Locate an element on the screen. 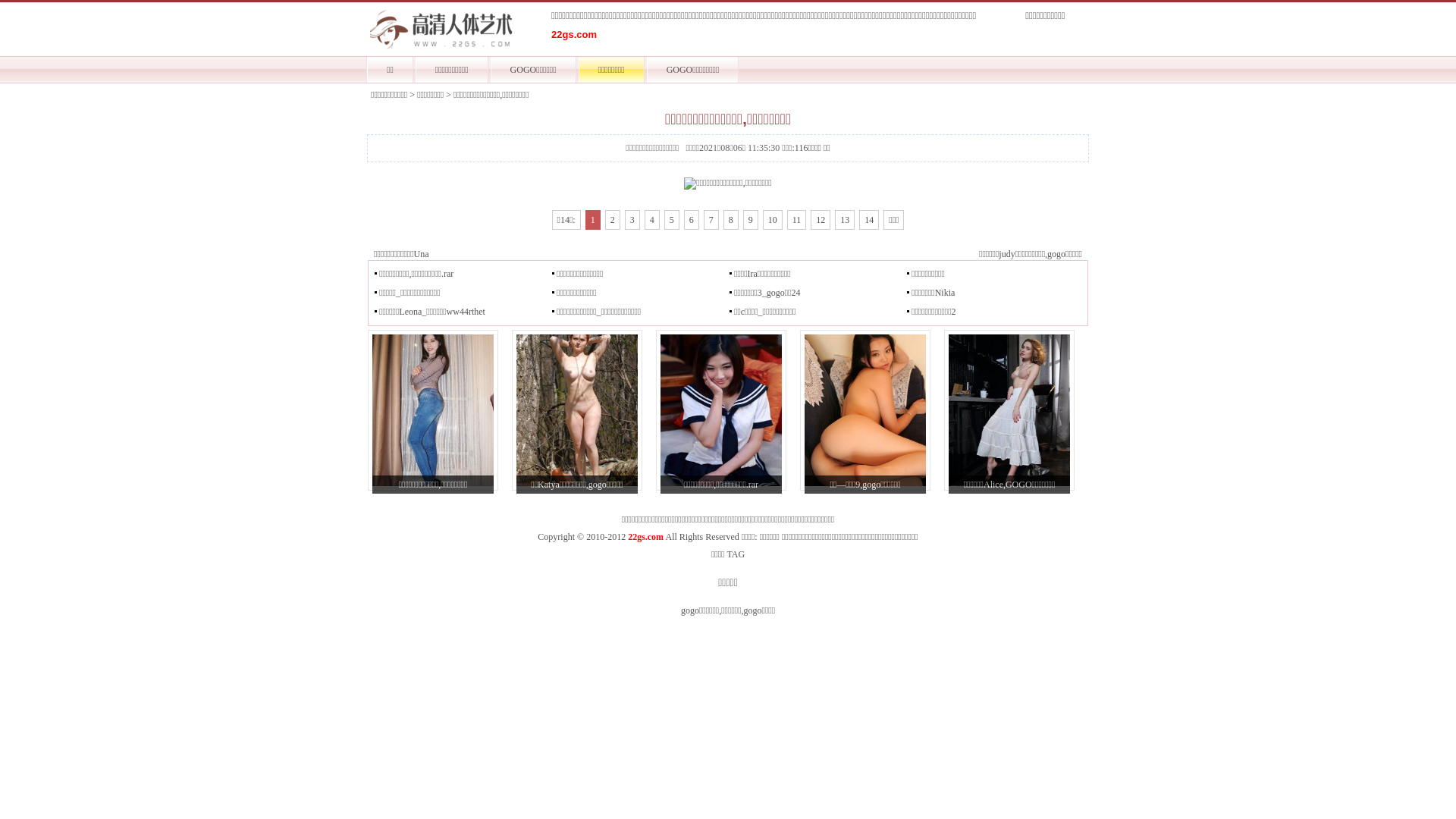 Image resolution: width=1456 pixels, height=819 pixels. '2' is located at coordinates (612, 219).